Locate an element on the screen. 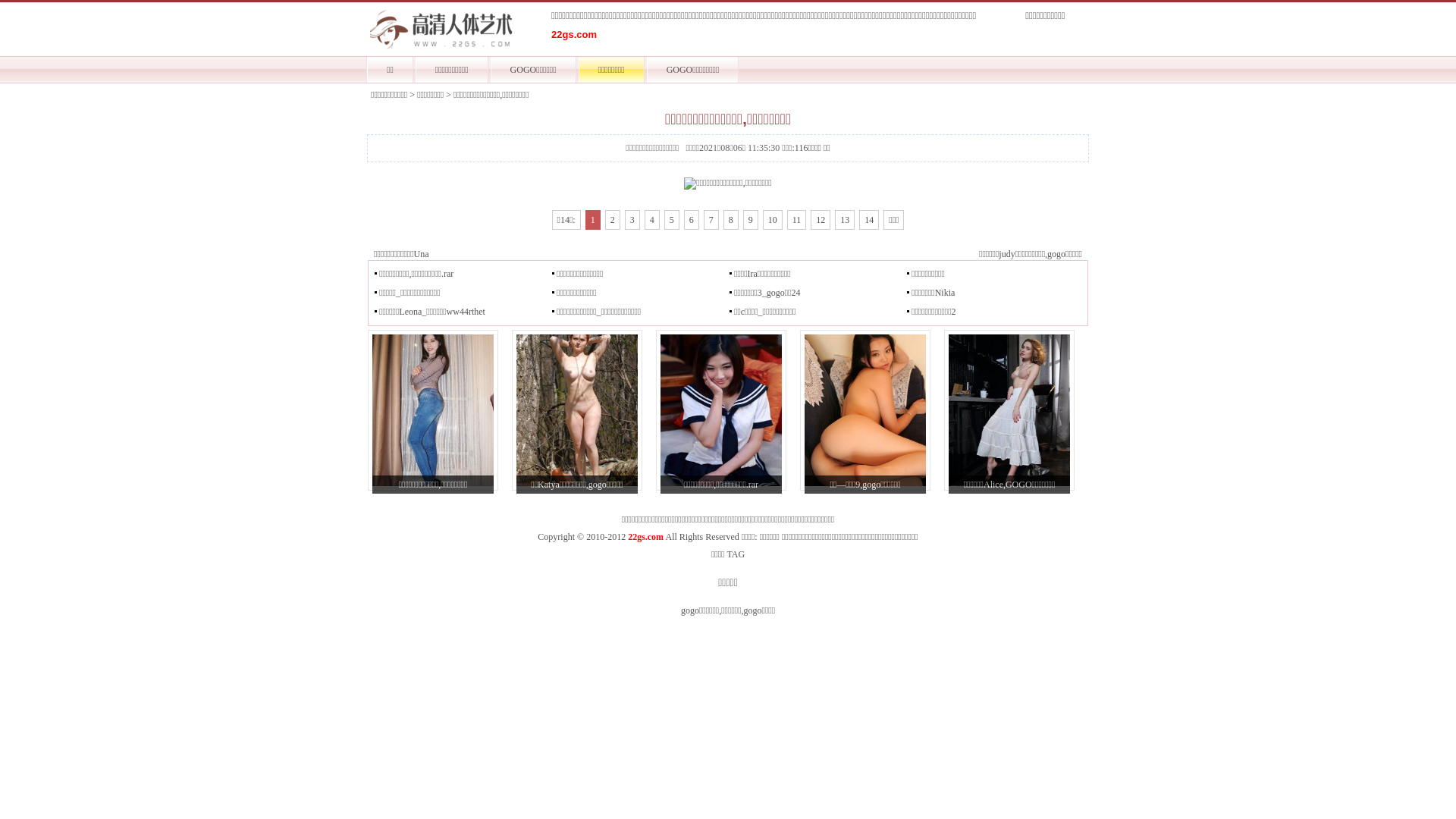 Image resolution: width=1456 pixels, height=819 pixels. '2' is located at coordinates (612, 219).